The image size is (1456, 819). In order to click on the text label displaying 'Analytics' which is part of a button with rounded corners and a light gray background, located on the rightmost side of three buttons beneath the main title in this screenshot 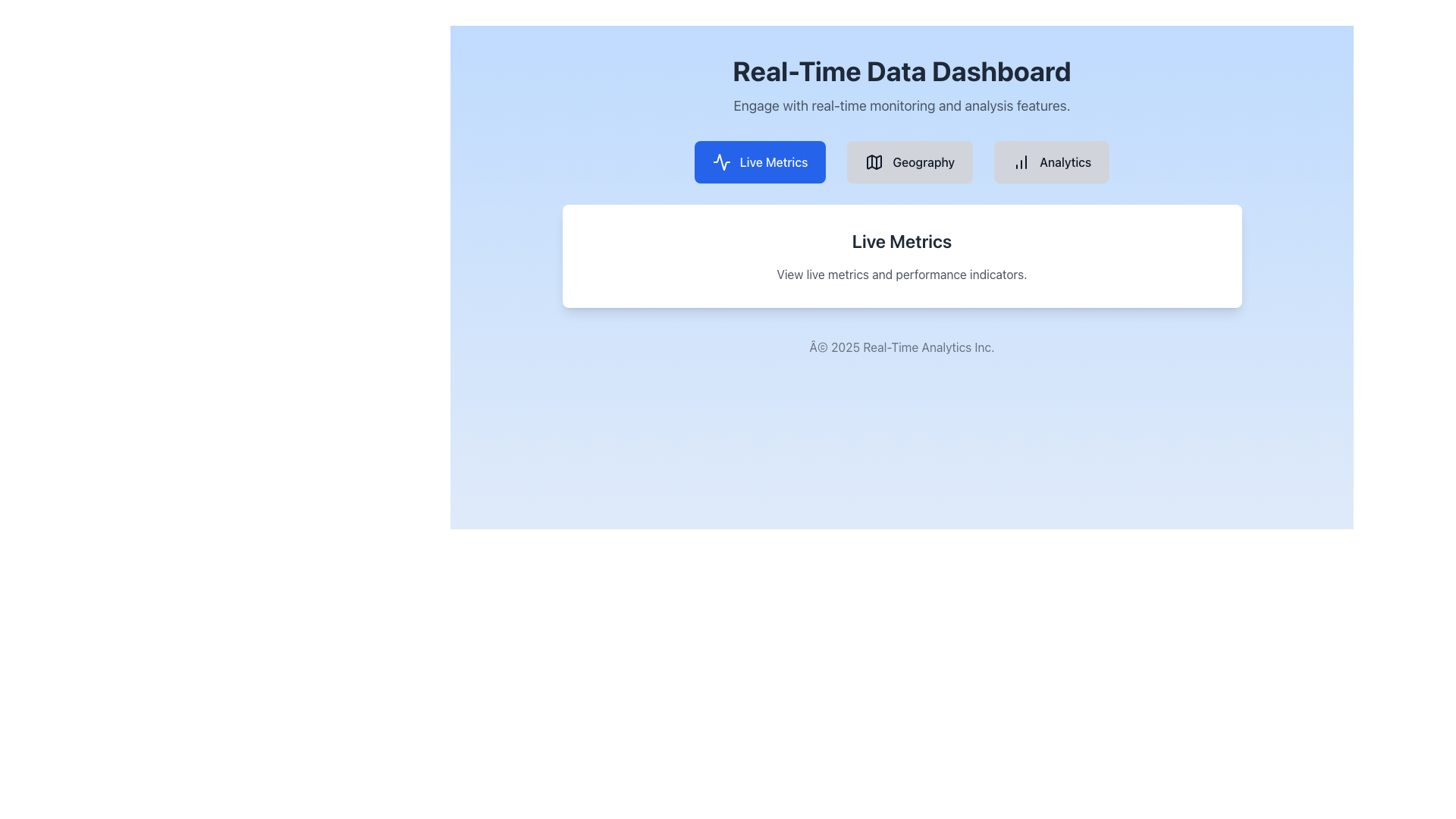, I will do `click(1065, 162)`.